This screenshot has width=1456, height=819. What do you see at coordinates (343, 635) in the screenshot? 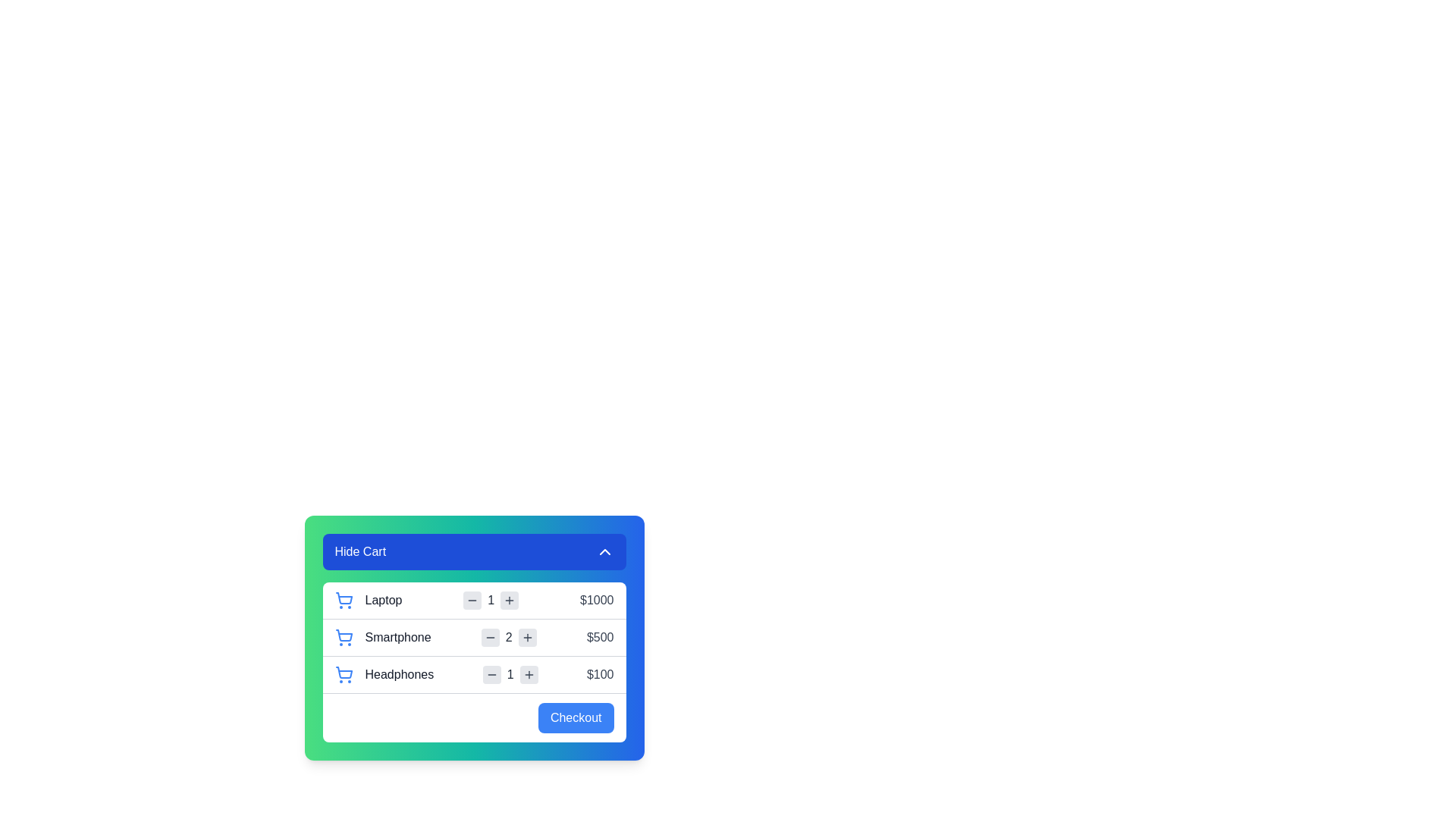
I see `the shopping cart icon element associated with the 'Smartphone' row in the shopping cart panel` at bounding box center [343, 635].